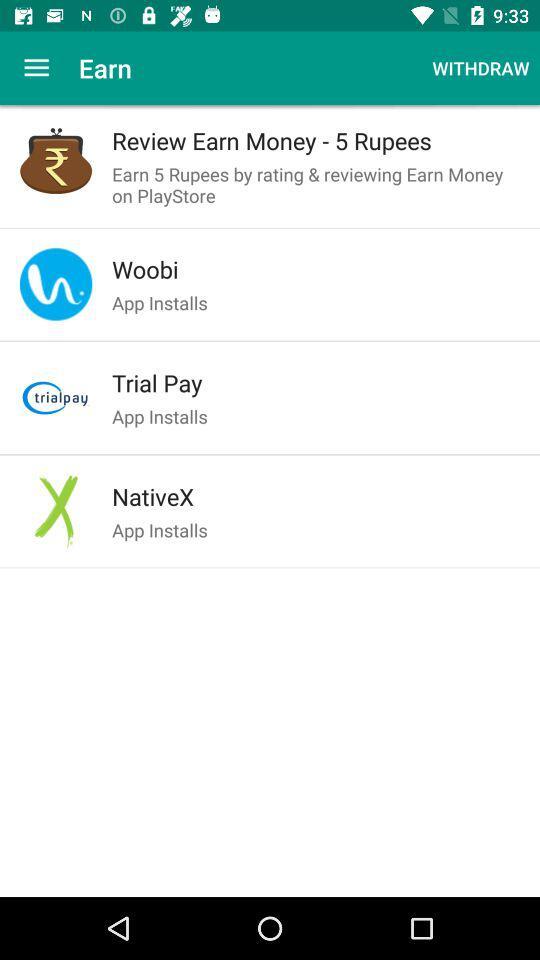  What do you see at coordinates (479, 68) in the screenshot?
I see `app next to earn app` at bounding box center [479, 68].